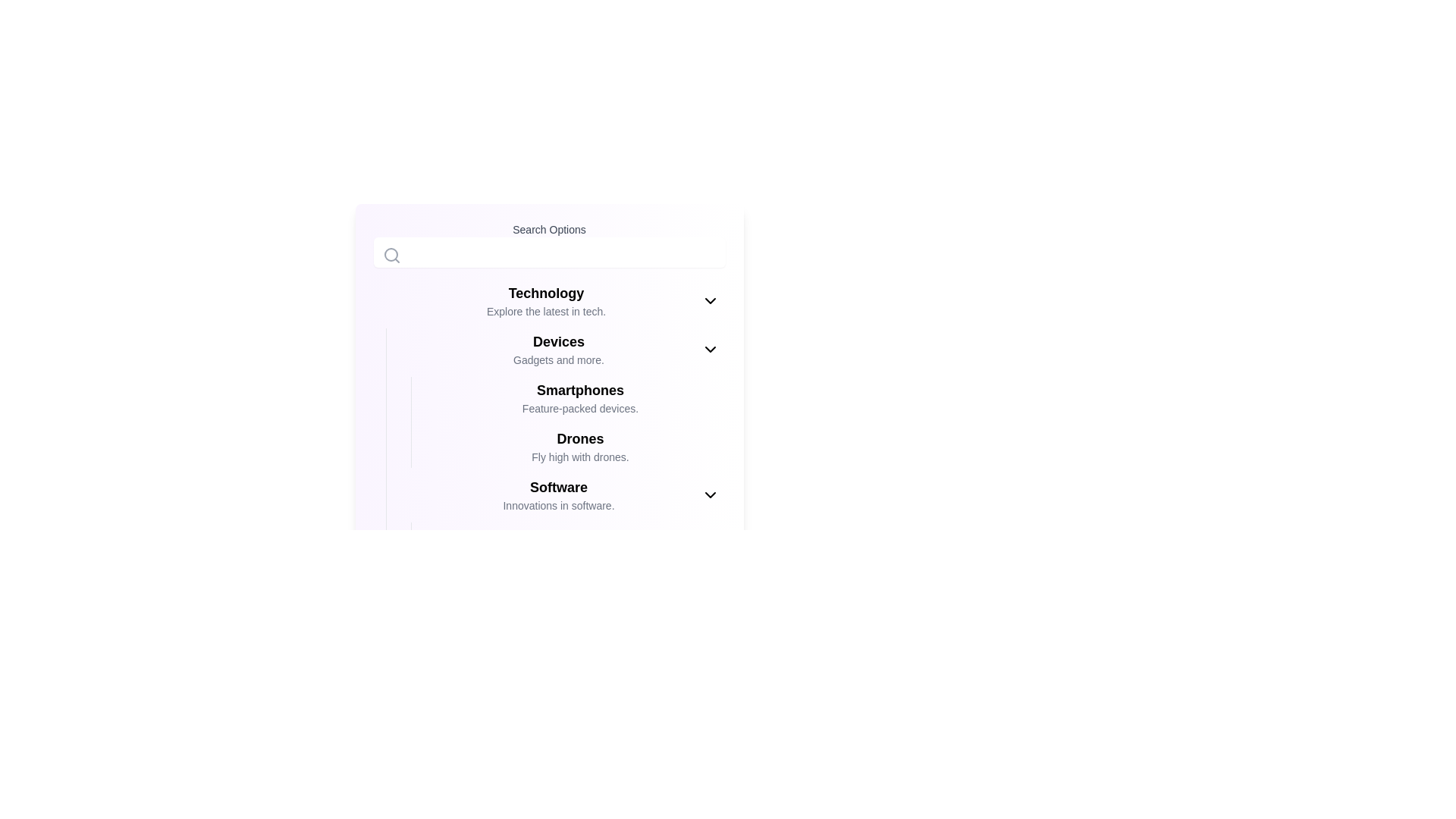  Describe the element at coordinates (546, 301) in the screenshot. I see `the 'Technology' menu item with the heading in bold and a description in smaller gray text` at that location.